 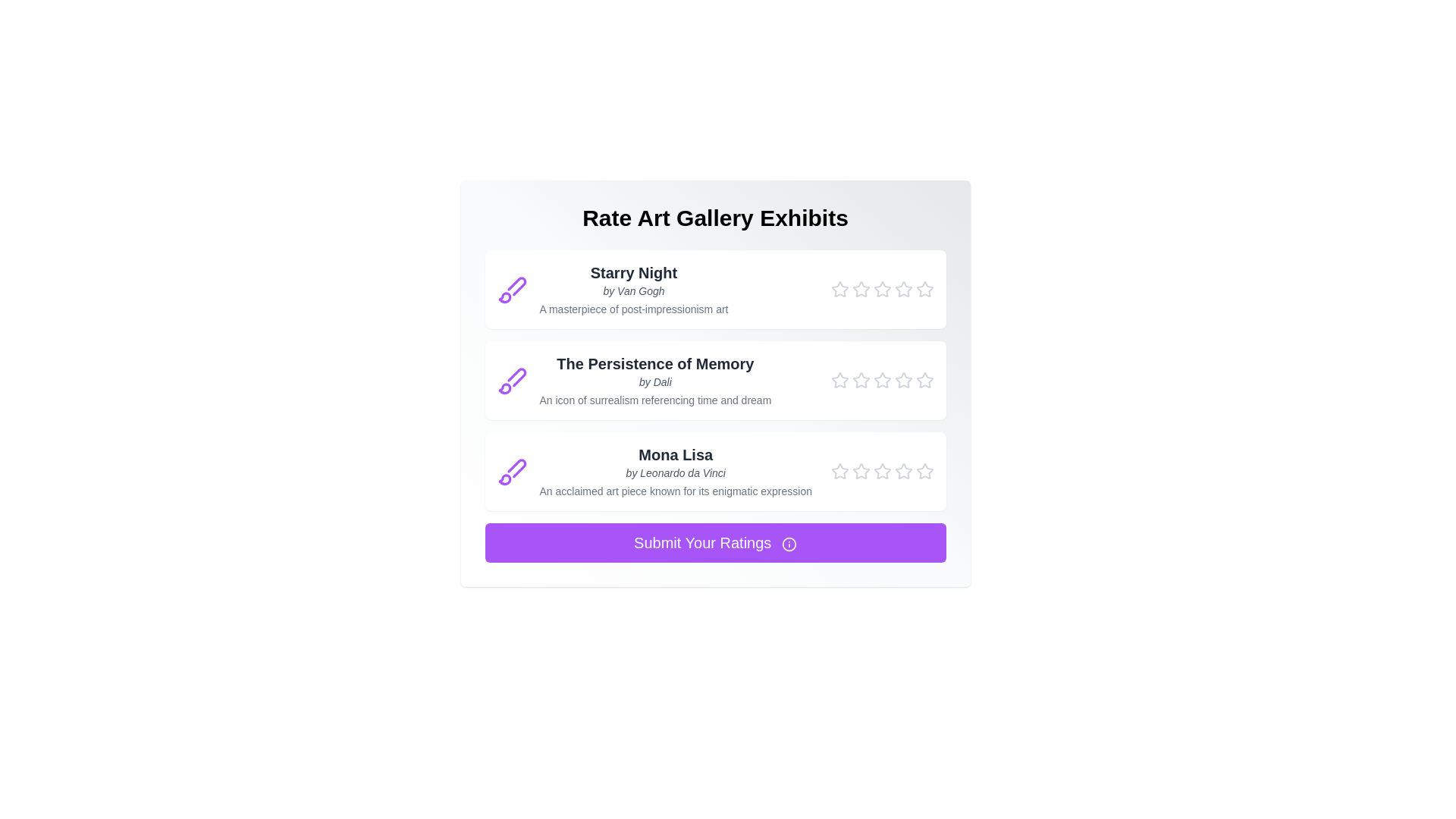 What do you see at coordinates (861, 289) in the screenshot?
I see `the star corresponding to 2 stars to preview the rating` at bounding box center [861, 289].